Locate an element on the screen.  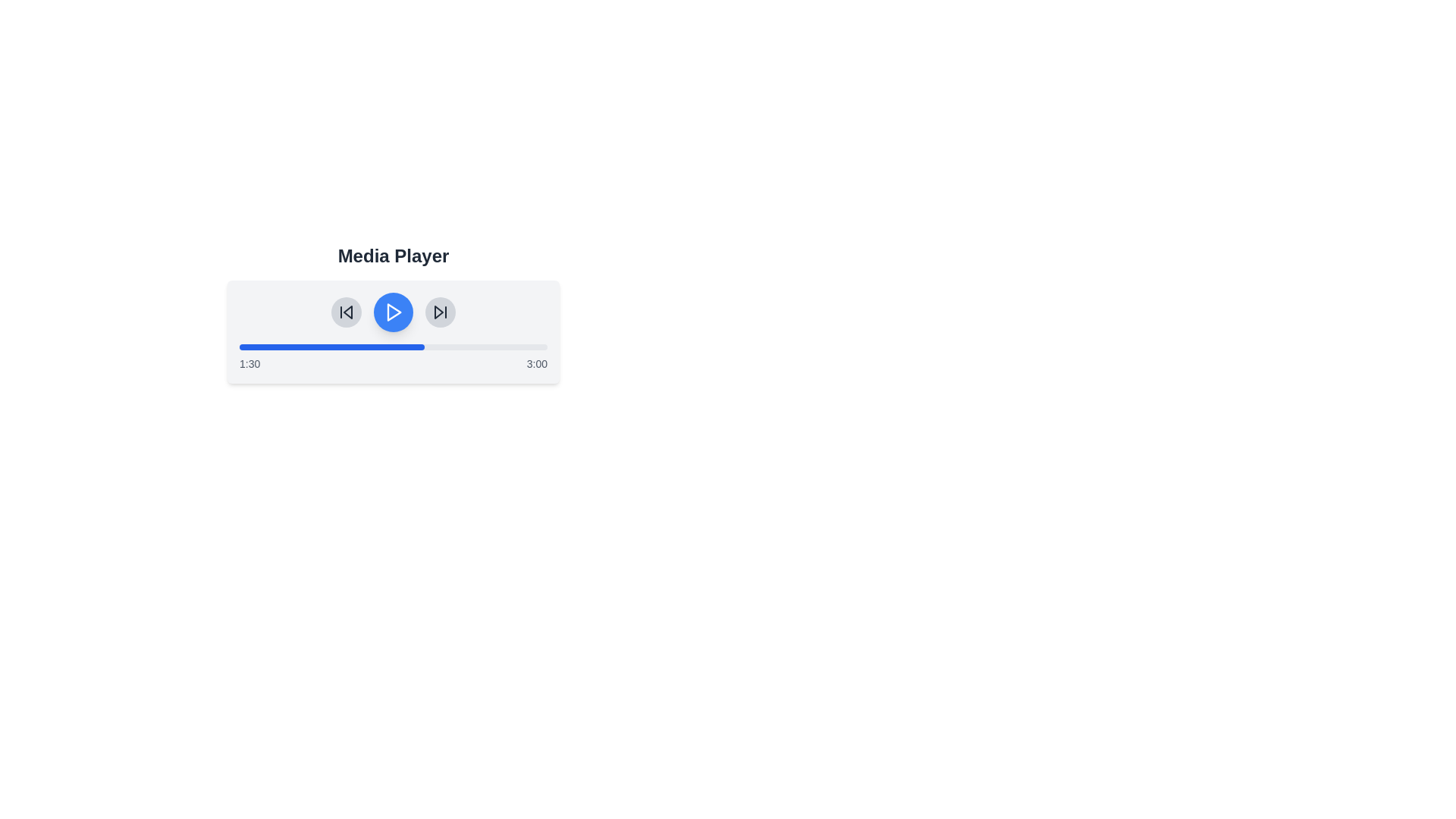
the play/pause toggle button in the media player is located at coordinates (393, 312).